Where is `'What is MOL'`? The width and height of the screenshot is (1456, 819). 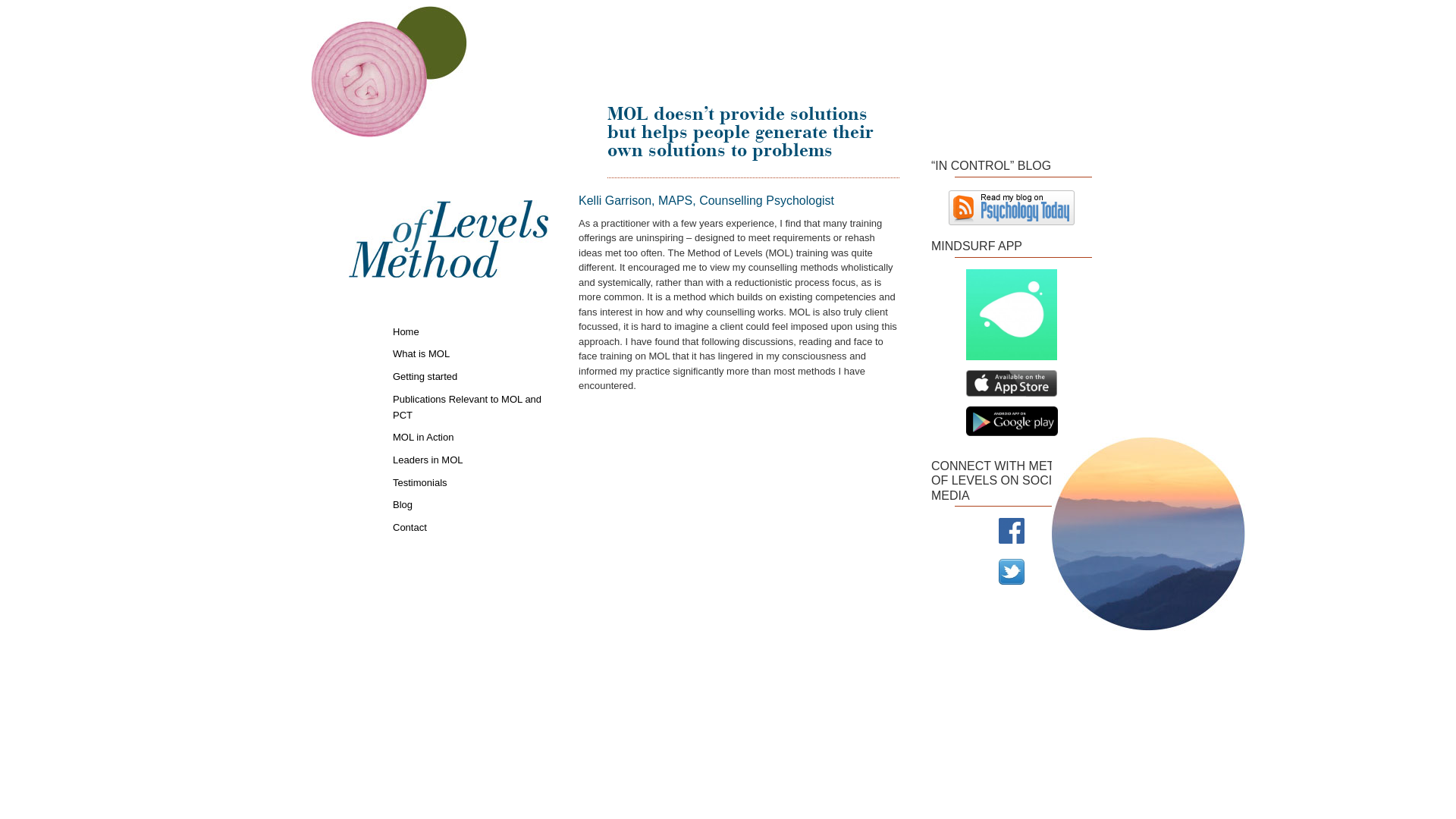 'What is MOL' is located at coordinates (393, 353).